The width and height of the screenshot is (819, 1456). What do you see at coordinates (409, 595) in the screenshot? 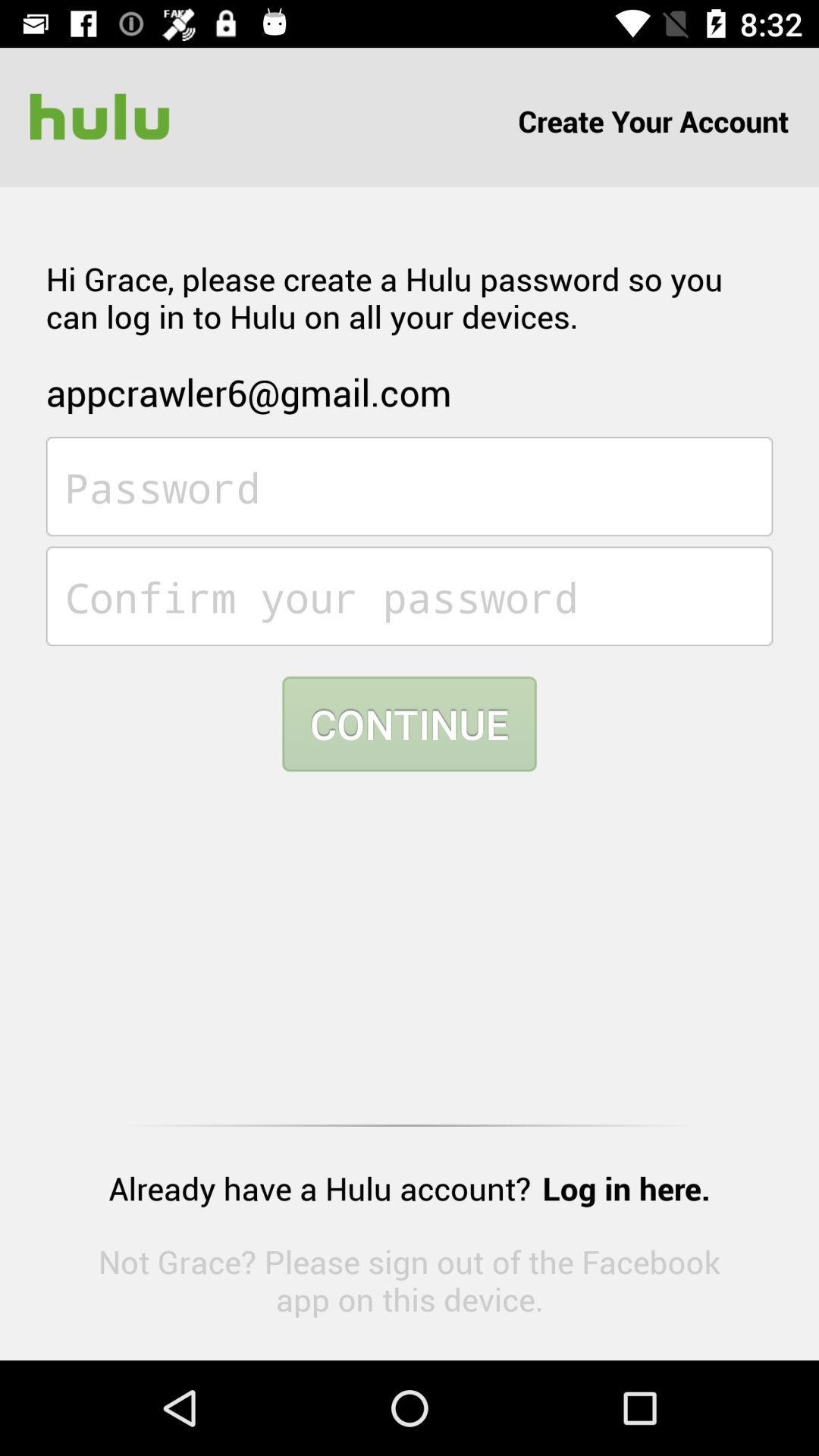
I see `confirm password again` at bounding box center [409, 595].